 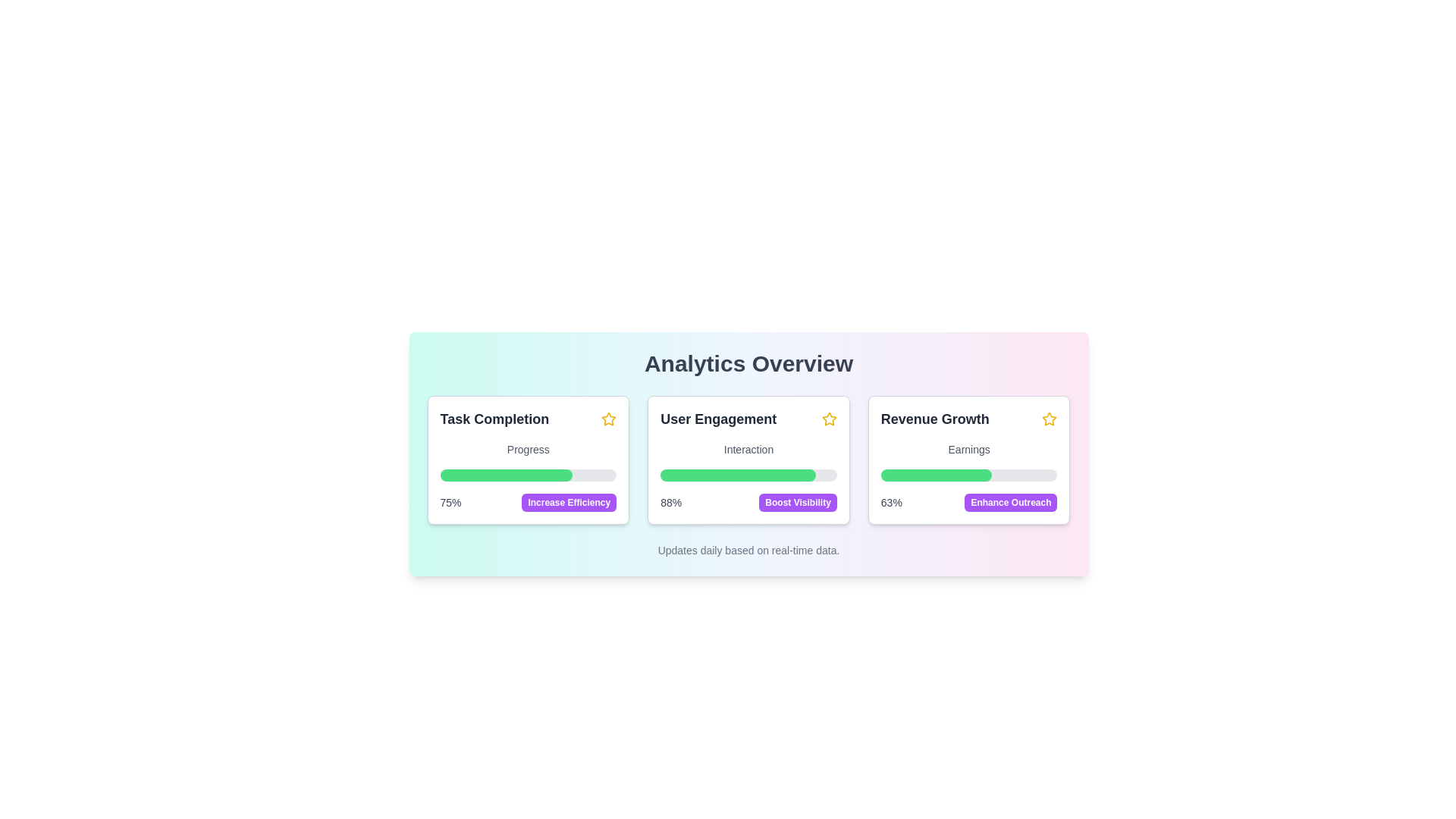 I want to click on the Progress indicator, which is a green bar located within the 'Task Completion' card, under the 'Progress' label and above the '75%' percentage label and 'Increase Efficiency' button, so click(x=506, y=475).